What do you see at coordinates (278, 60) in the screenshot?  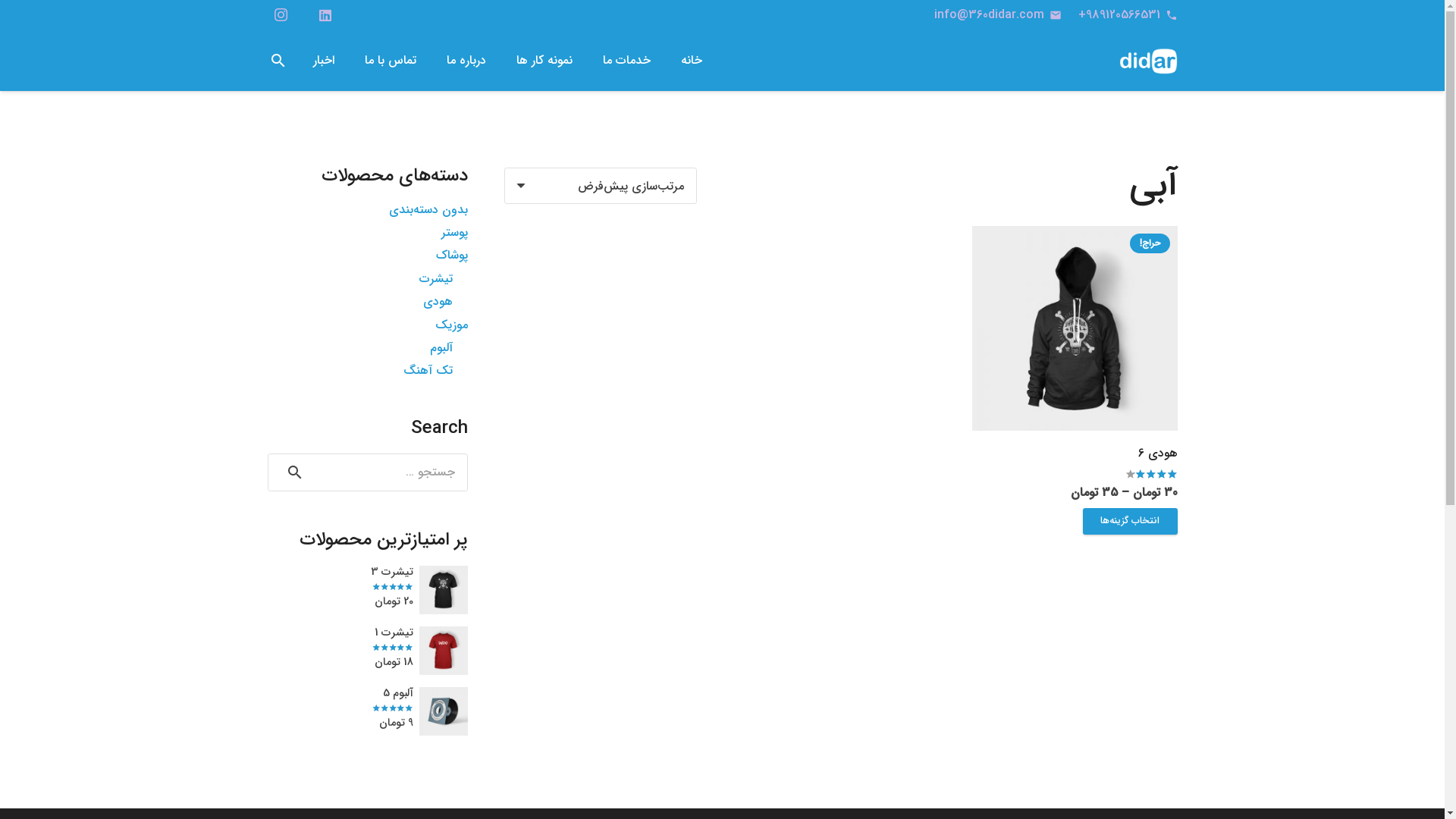 I see `'search'` at bounding box center [278, 60].